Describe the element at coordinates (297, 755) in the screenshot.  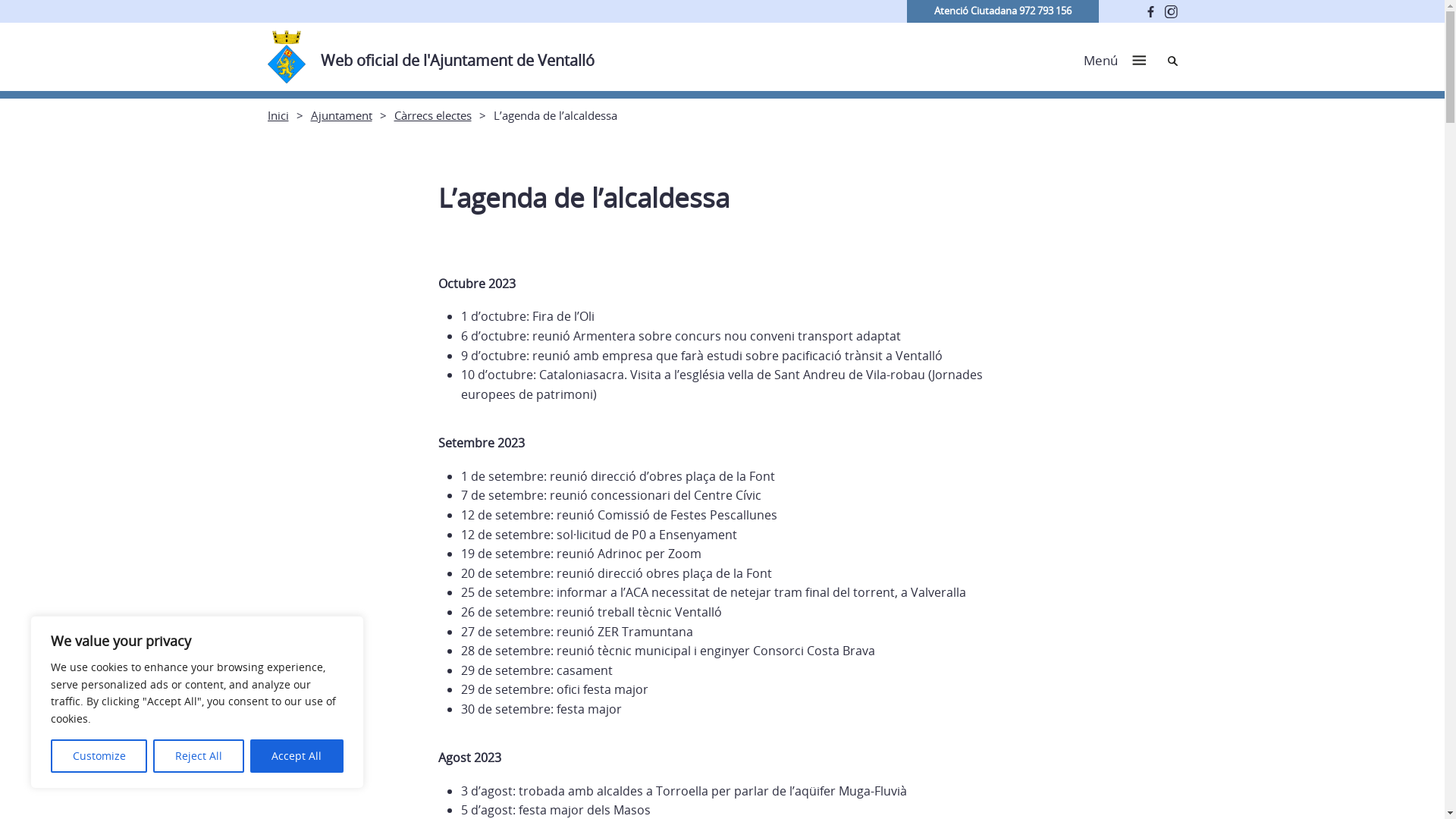
I see `'Accept All'` at that location.